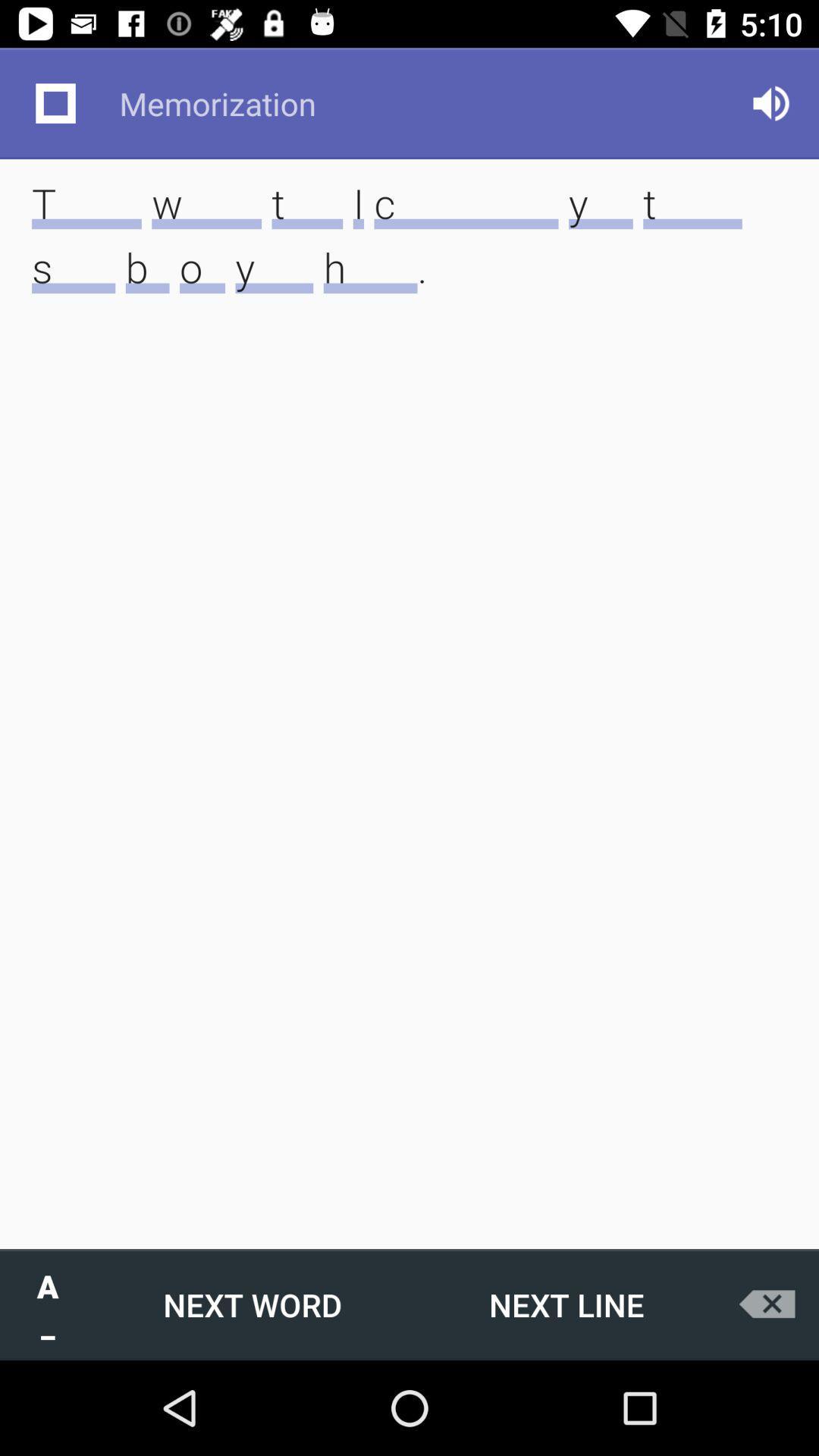  Describe the element at coordinates (771, 1304) in the screenshot. I see `go back` at that location.